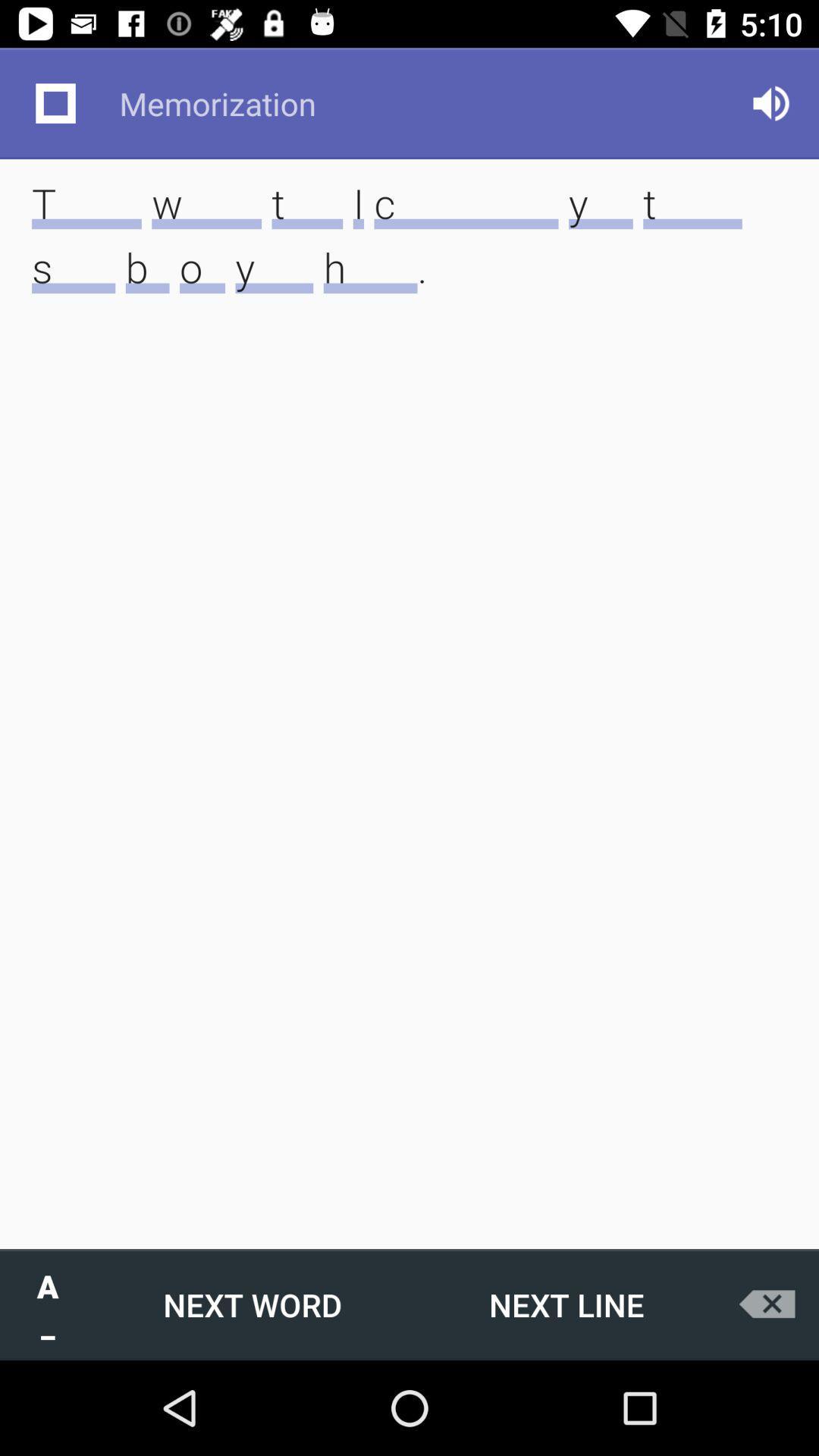  Describe the element at coordinates (771, 1304) in the screenshot. I see `go back` at that location.